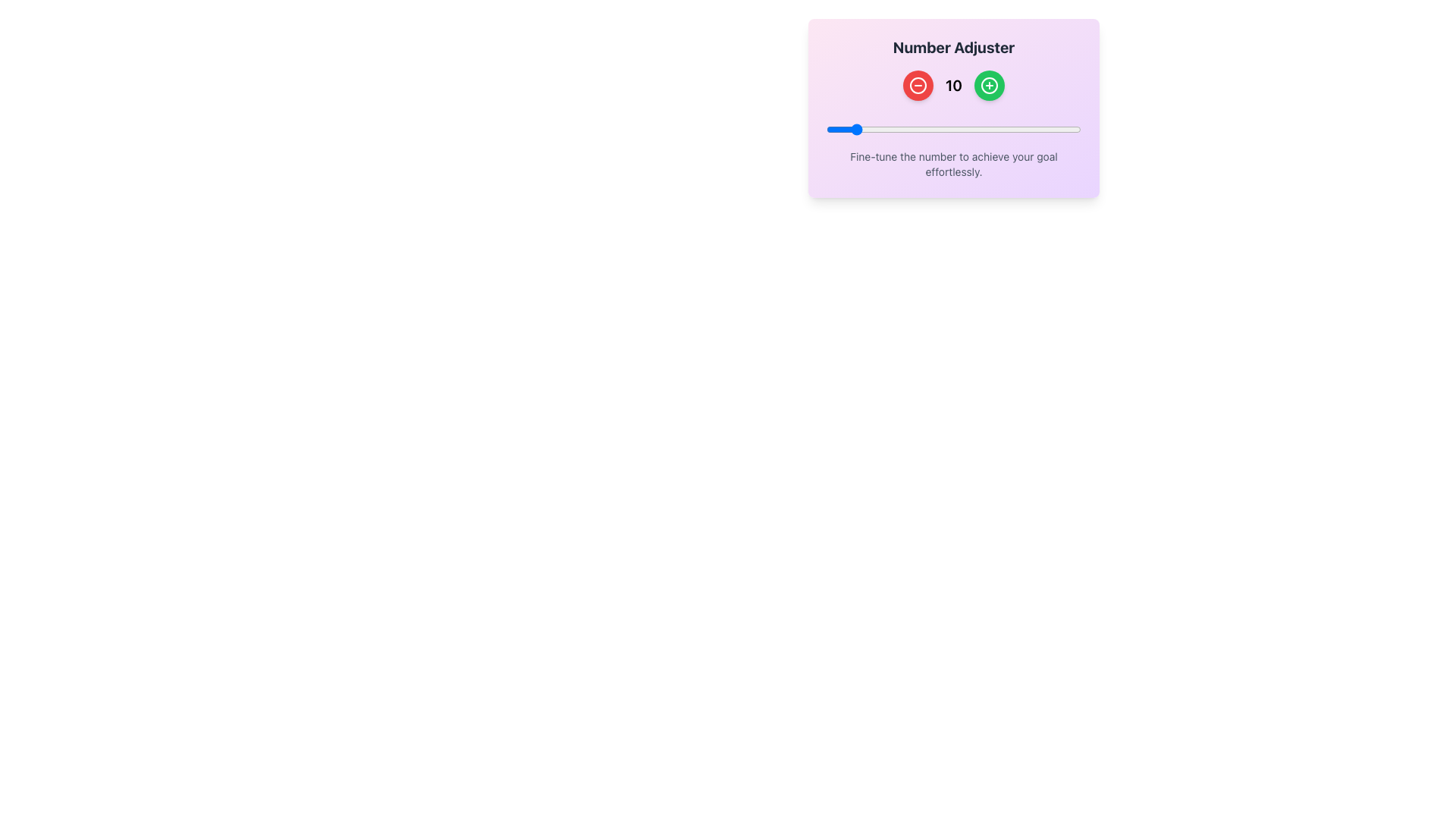 This screenshot has width=1456, height=819. Describe the element at coordinates (917, 85) in the screenshot. I see `the decrement button located on the left side of the numerical counter in the 'Number Adjuster' interface` at that location.